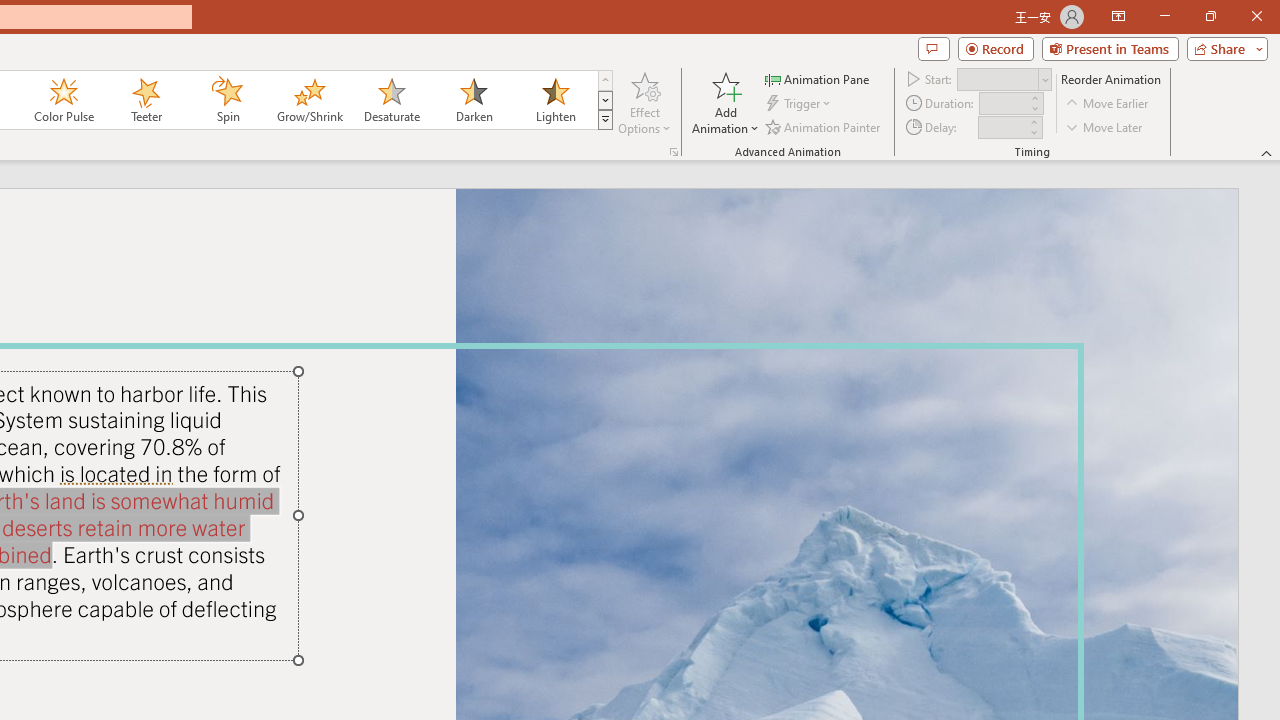  Describe the element at coordinates (824, 127) in the screenshot. I see `'Animation Painter'` at that location.